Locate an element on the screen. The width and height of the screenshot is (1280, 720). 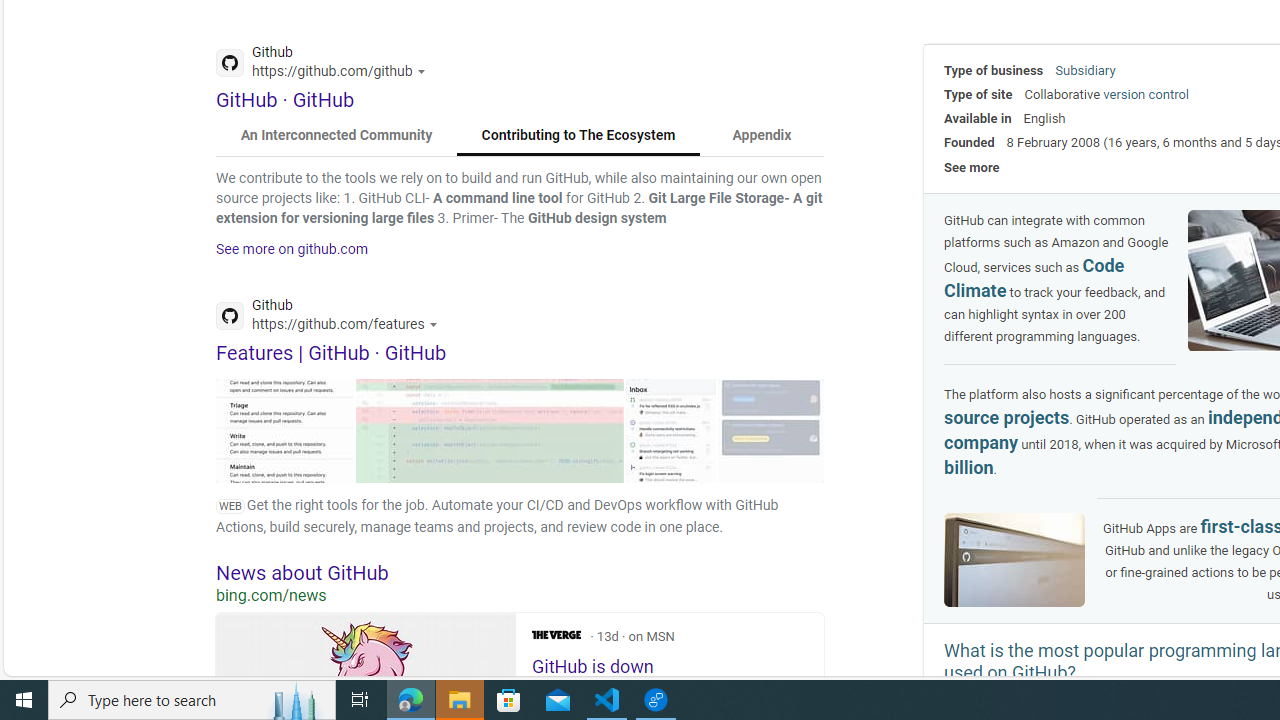
'Actions for this site' is located at coordinates (434, 324).